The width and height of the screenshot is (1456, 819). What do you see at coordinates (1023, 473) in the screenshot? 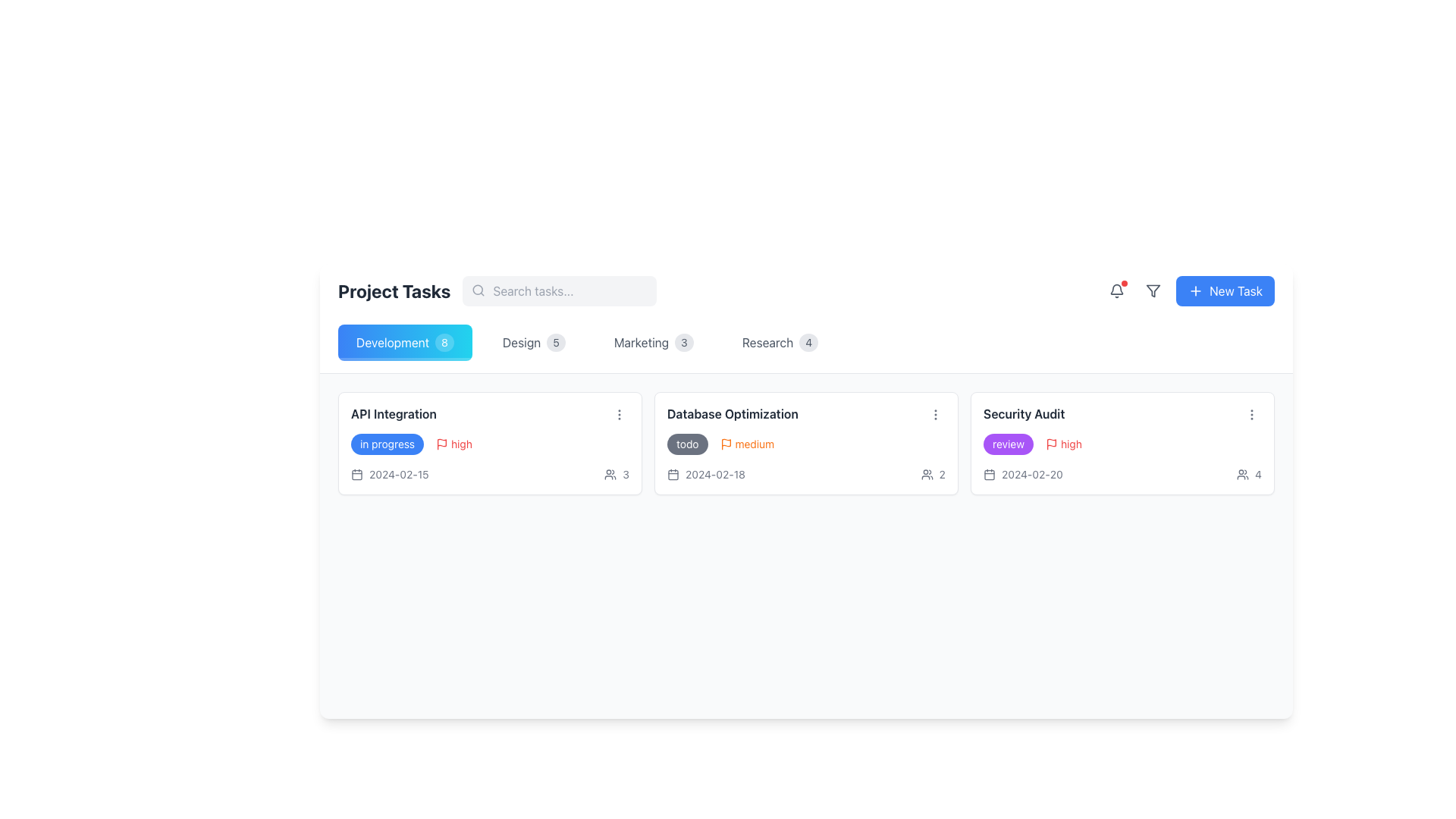
I see `displayed due date '2024-02-20' from the Date display element located within the 'Security Audit' card, which is positioned below the task labels and next to the attendee count` at bounding box center [1023, 473].